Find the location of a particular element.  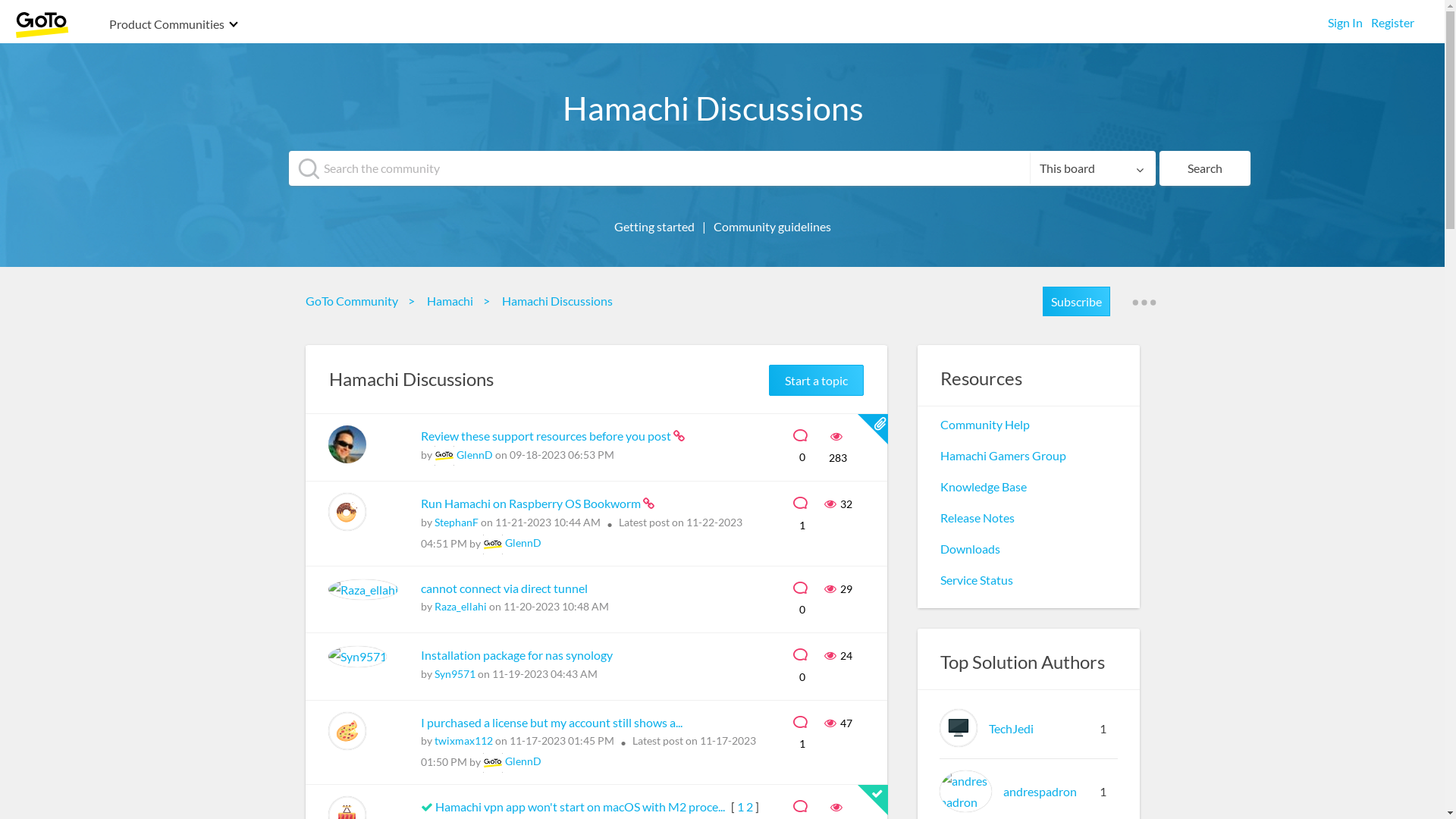

'Community Help' is located at coordinates (985, 424).